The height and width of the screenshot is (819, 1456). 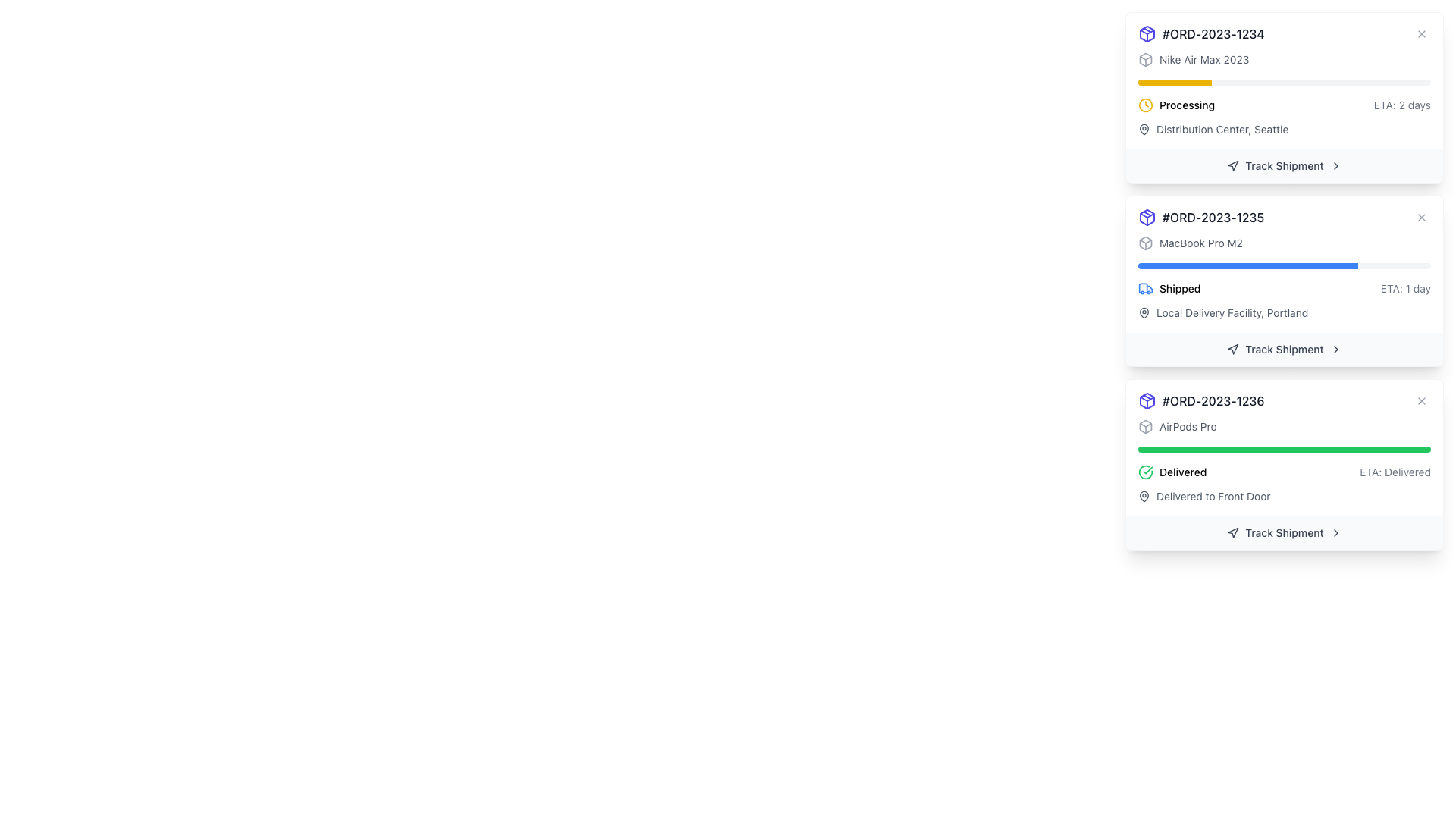 I want to click on estimated time information displayed in the light gray text label showing 'ETA: 1 day', positioned in the second card from the top on the far right side, aligned with the 'Shipped' status text, so click(x=1404, y=289).